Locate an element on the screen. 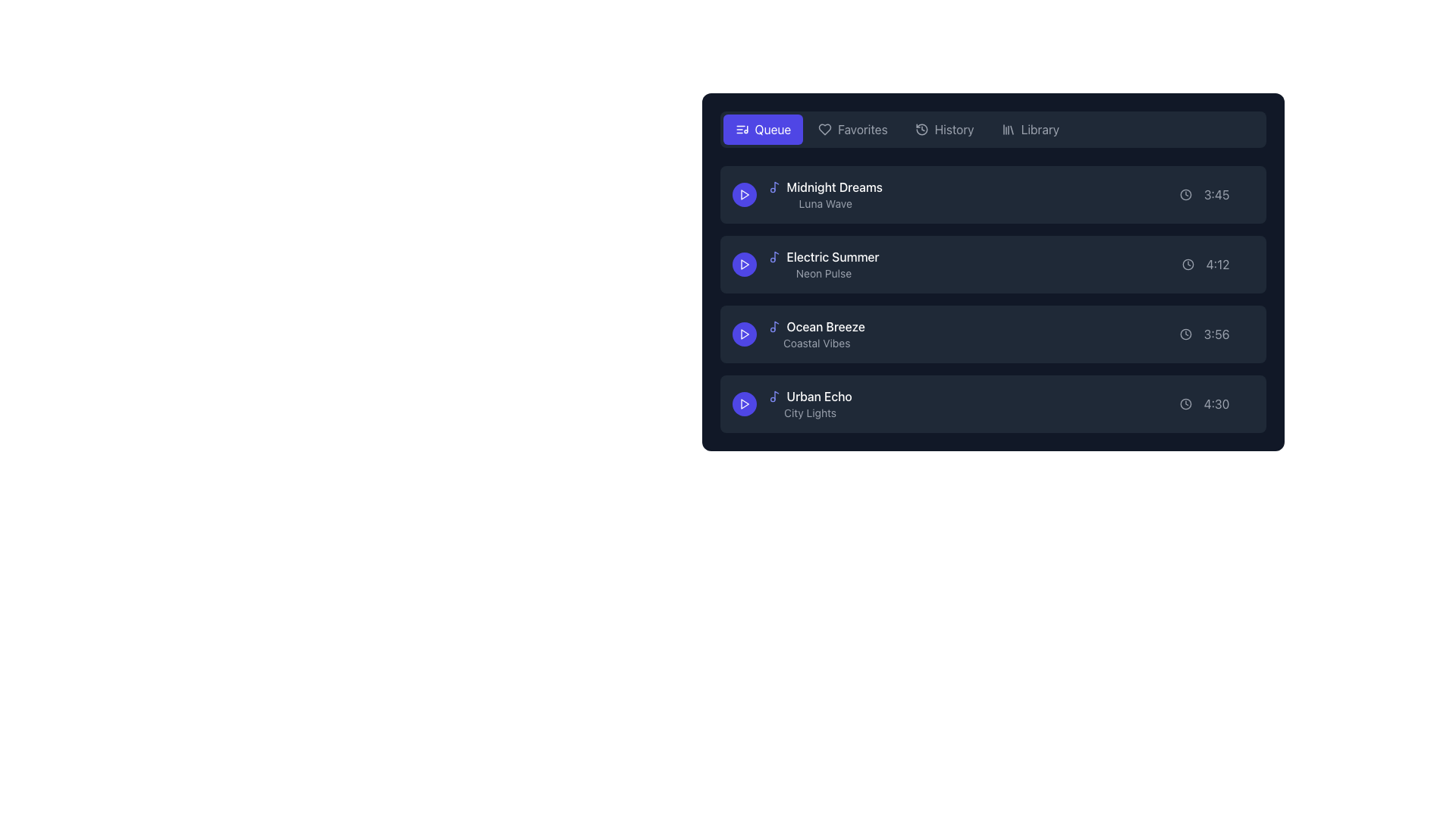 The width and height of the screenshot is (1456, 819). the last visible music track in the playlist is located at coordinates (791, 403).